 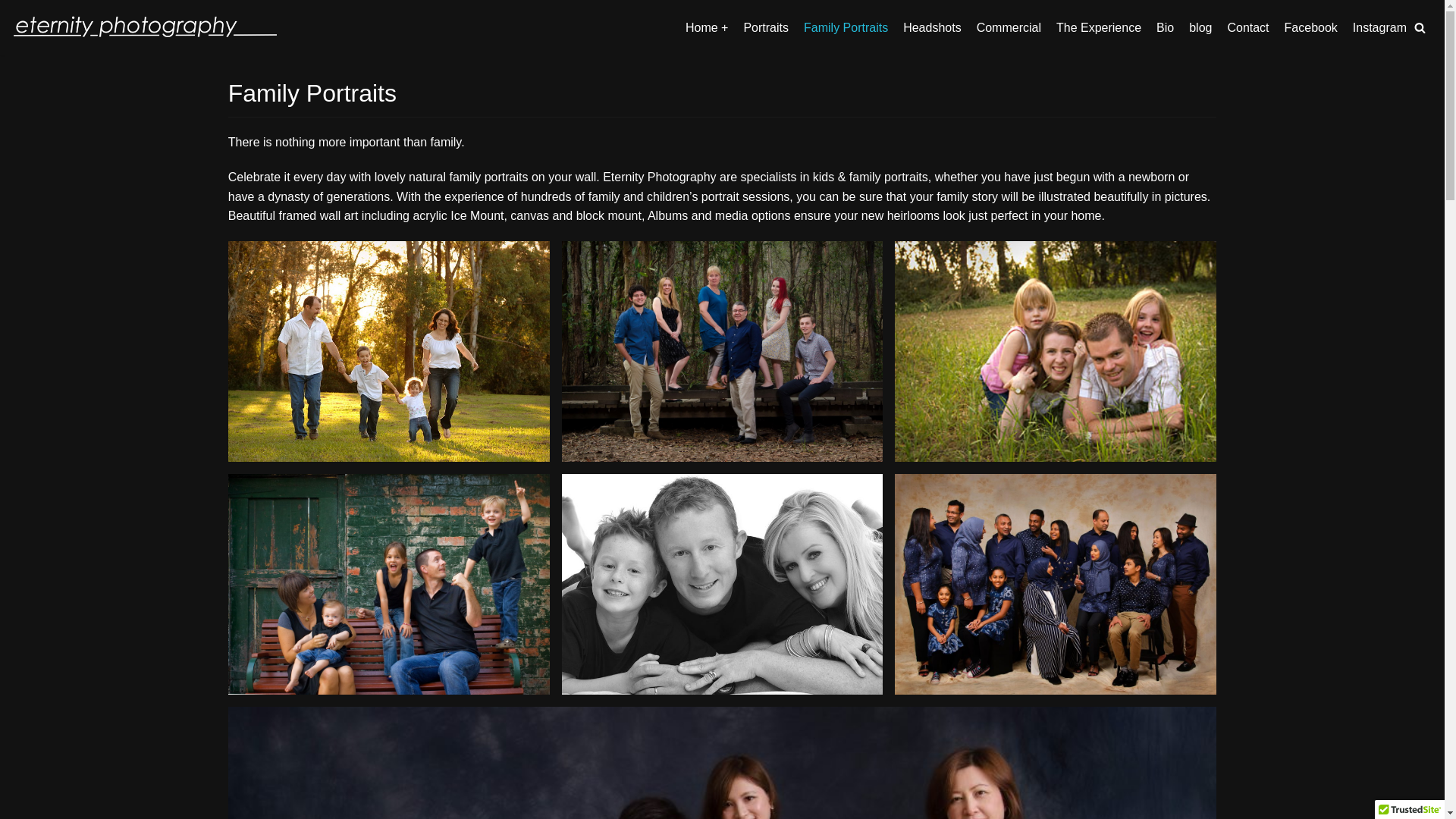 What do you see at coordinates (1379, 28) in the screenshot?
I see `'Instagram'` at bounding box center [1379, 28].